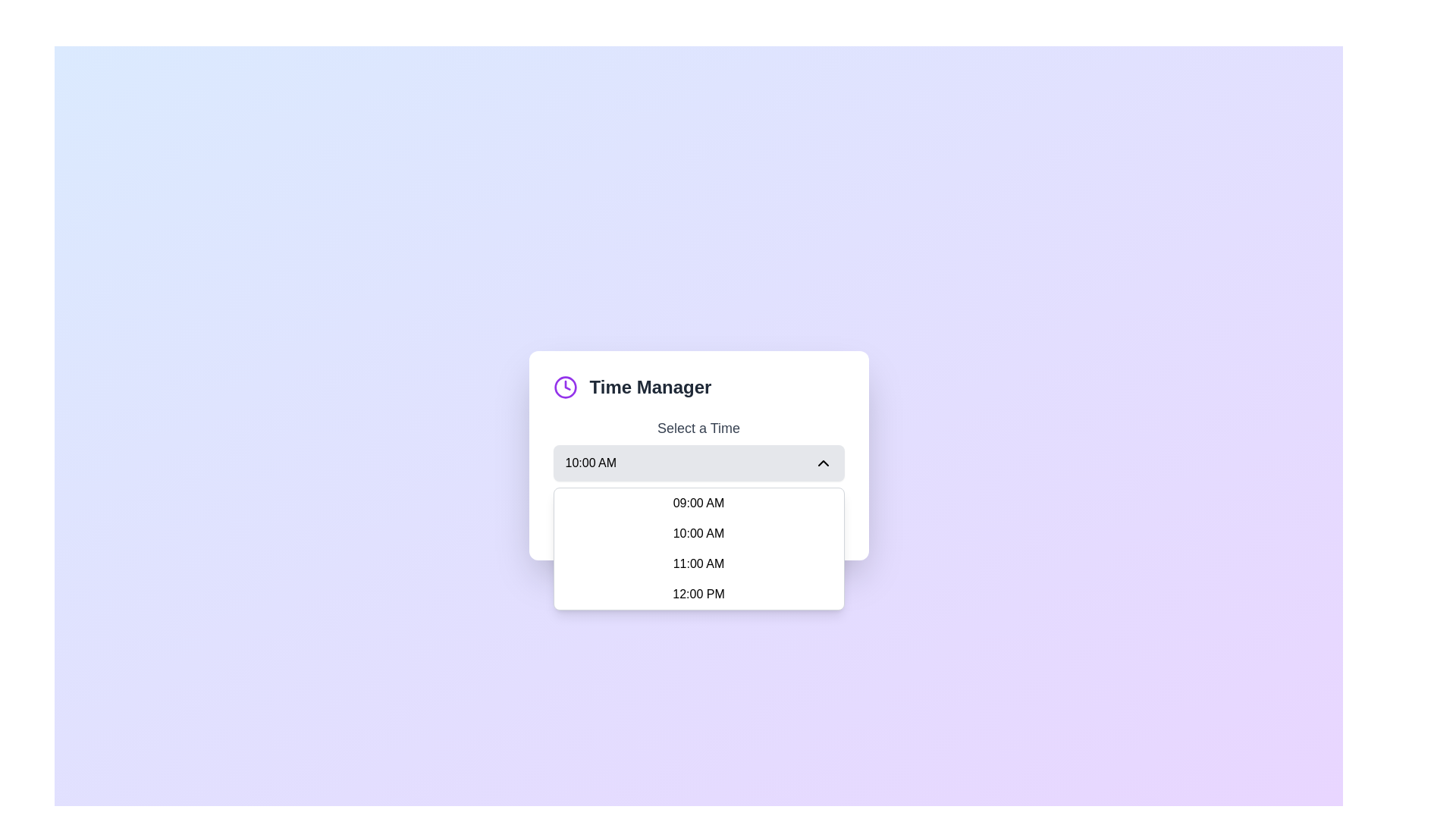 This screenshot has height=819, width=1456. What do you see at coordinates (698, 462) in the screenshot?
I see `the dropdown button displaying '10:00 AM'` at bounding box center [698, 462].